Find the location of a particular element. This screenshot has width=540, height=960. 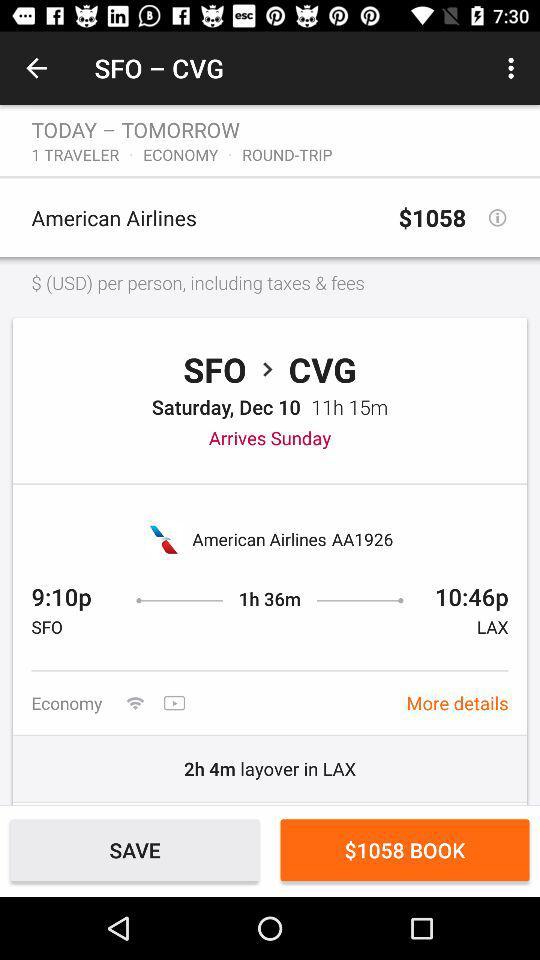

save in the bottom is located at coordinates (135, 848).